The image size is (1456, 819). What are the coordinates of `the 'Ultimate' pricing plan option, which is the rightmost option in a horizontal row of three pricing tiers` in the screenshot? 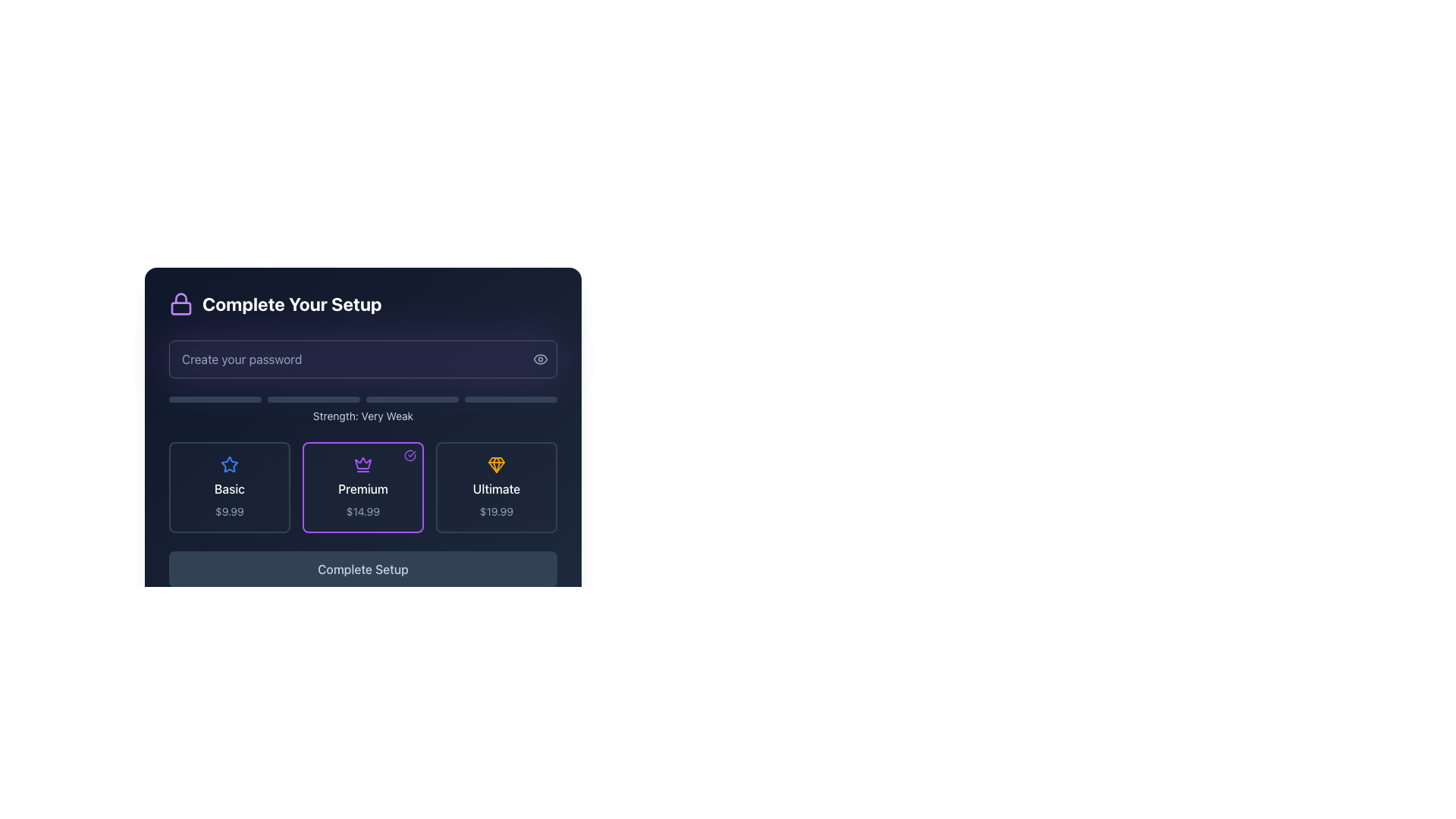 It's located at (496, 488).